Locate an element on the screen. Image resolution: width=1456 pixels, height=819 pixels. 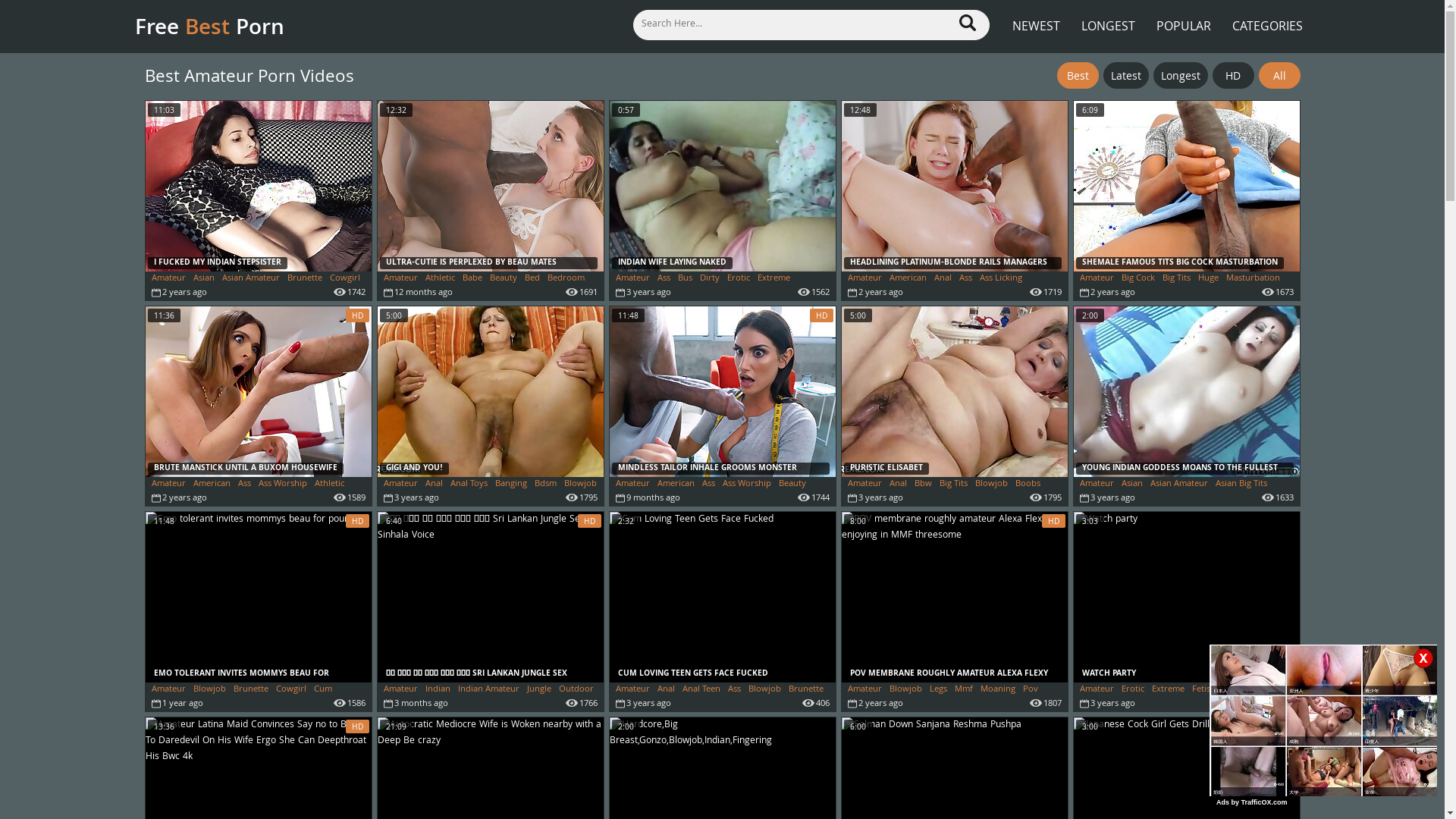
'Outdoor' is located at coordinates (574, 689).